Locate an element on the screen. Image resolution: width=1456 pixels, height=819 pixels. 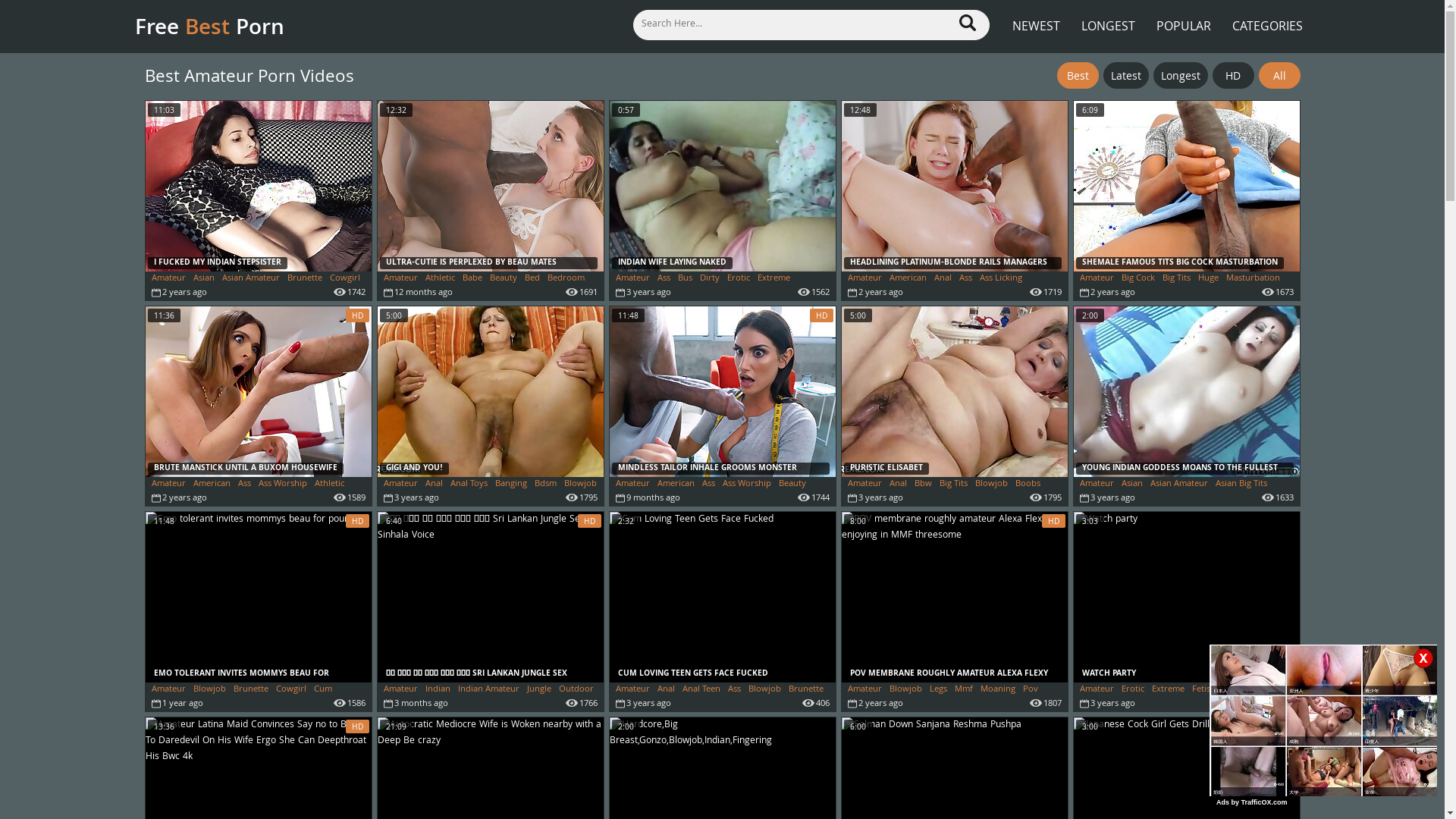
'Outdoor' is located at coordinates (574, 689).